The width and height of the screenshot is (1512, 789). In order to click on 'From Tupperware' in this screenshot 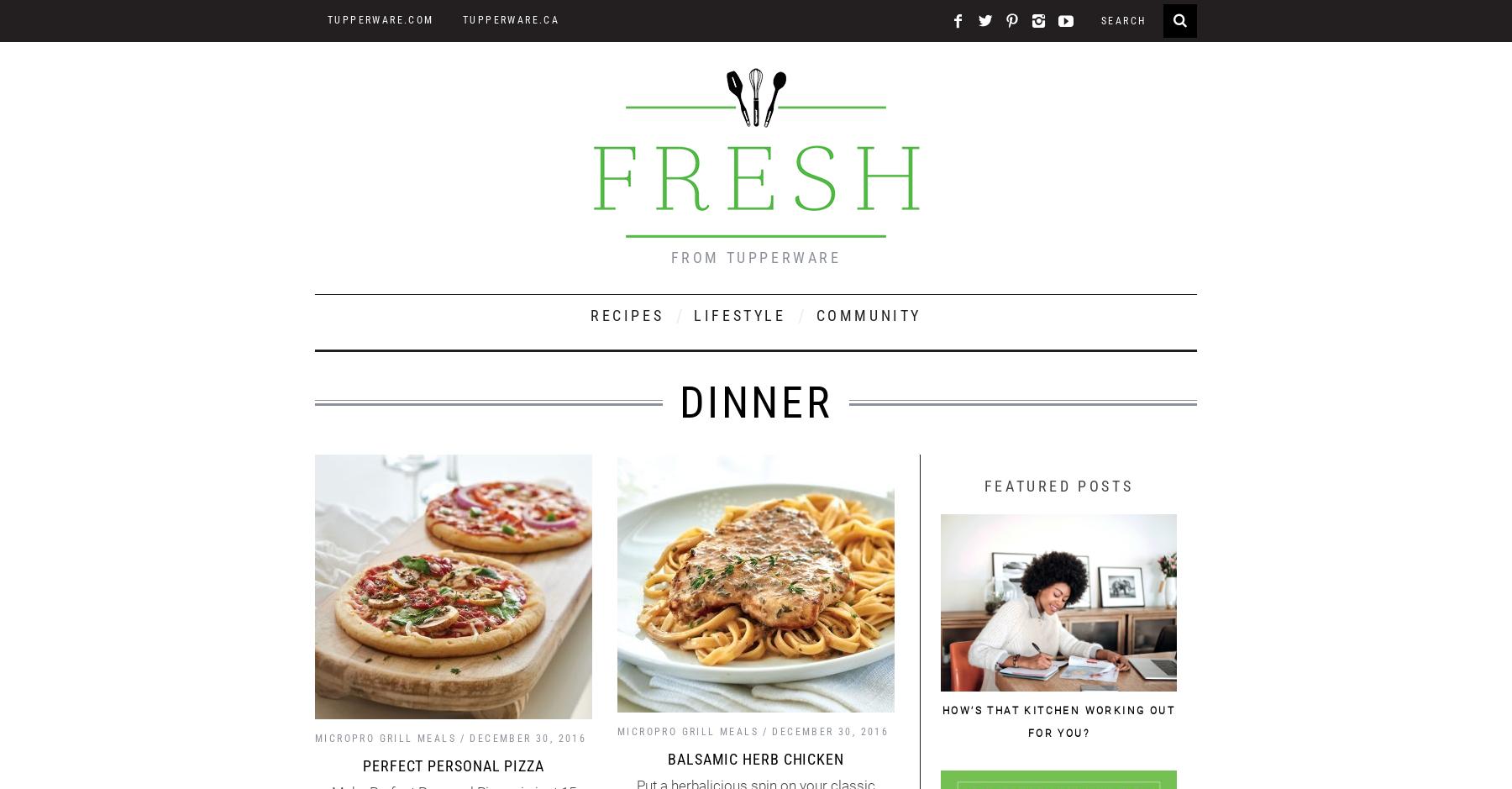, I will do `click(755, 257)`.